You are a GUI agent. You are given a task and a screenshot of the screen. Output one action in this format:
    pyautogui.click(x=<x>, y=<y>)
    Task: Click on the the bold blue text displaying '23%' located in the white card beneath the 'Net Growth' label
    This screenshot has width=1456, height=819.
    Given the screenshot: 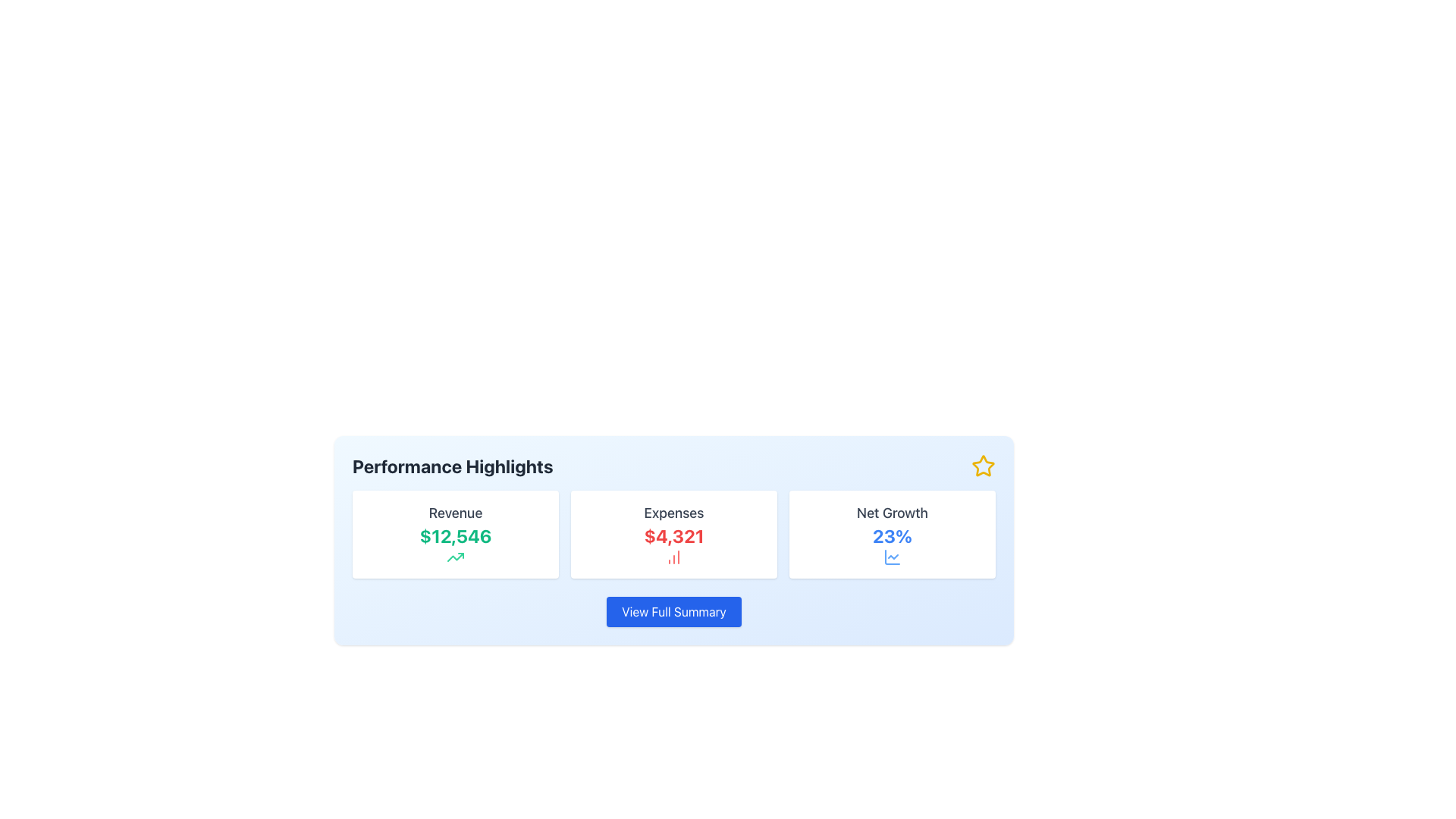 What is the action you would take?
    pyautogui.click(x=892, y=535)
    